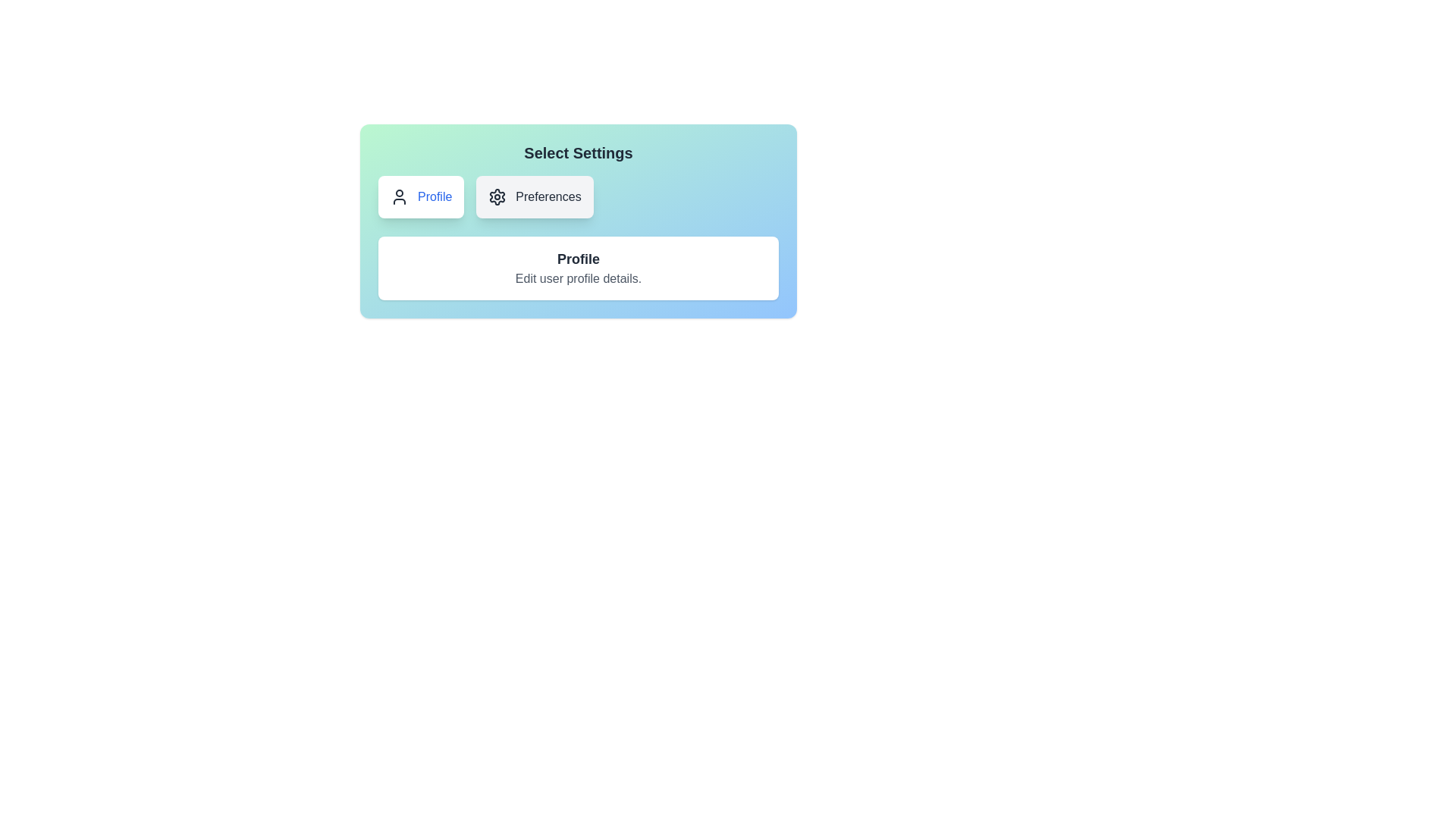  What do you see at coordinates (434, 196) in the screenshot?
I see `the 'Profile' text label, which is displayed in blue within a button-like structure located in the top-left section of the user settings card` at bounding box center [434, 196].